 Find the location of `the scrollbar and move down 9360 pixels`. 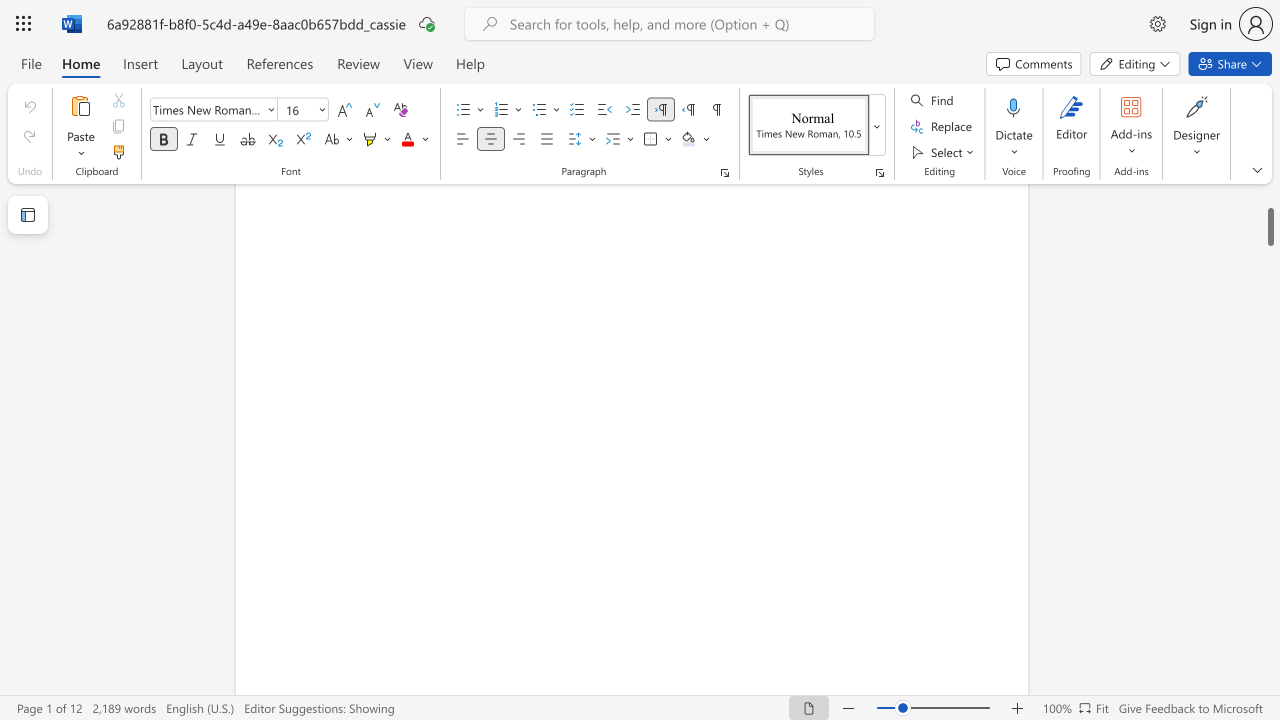

the scrollbar and move down 9360 pixels is located at coordinates (1269, 213).